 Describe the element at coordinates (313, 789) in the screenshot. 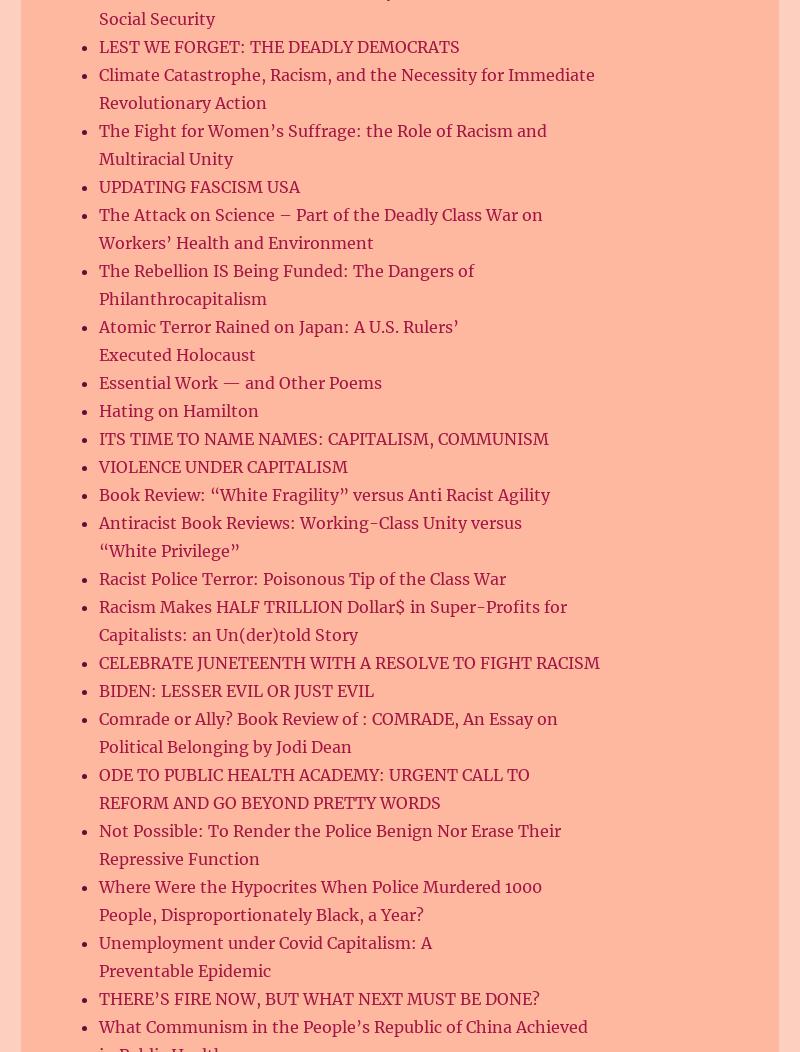

I see `'ODE TO PUBLIC HEALTH ACADEMY: URGENT CALL TO REFORM AND GO BEYOND PRETTY WORDS'` at that location.